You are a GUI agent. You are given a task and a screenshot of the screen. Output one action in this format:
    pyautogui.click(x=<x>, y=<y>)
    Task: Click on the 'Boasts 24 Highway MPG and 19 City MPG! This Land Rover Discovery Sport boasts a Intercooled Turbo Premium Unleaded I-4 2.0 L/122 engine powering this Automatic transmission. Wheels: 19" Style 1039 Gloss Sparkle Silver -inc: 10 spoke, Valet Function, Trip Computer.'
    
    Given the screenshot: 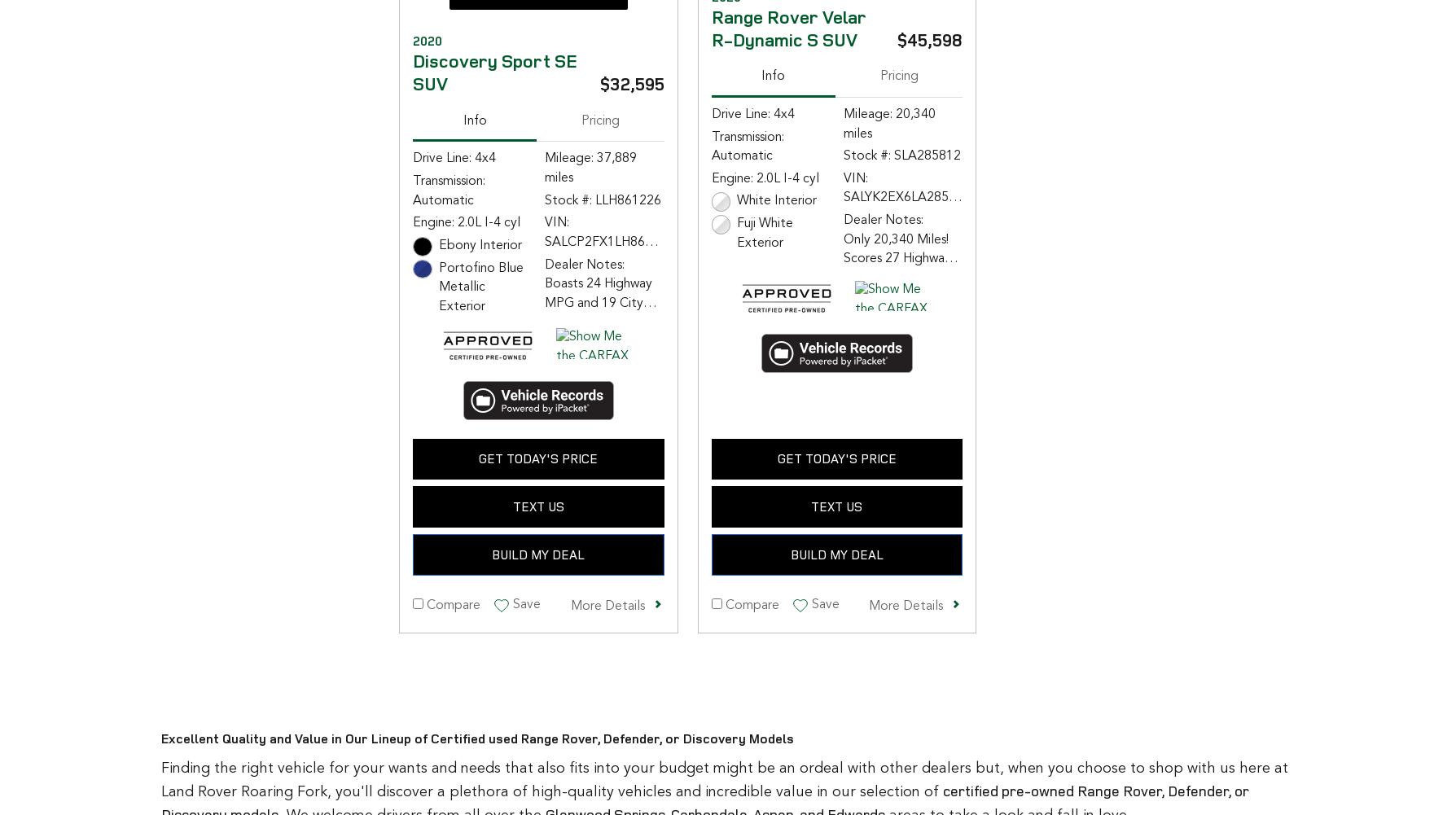 What is the action you would take?
    pyautogui.click(x=545, y=427)
    